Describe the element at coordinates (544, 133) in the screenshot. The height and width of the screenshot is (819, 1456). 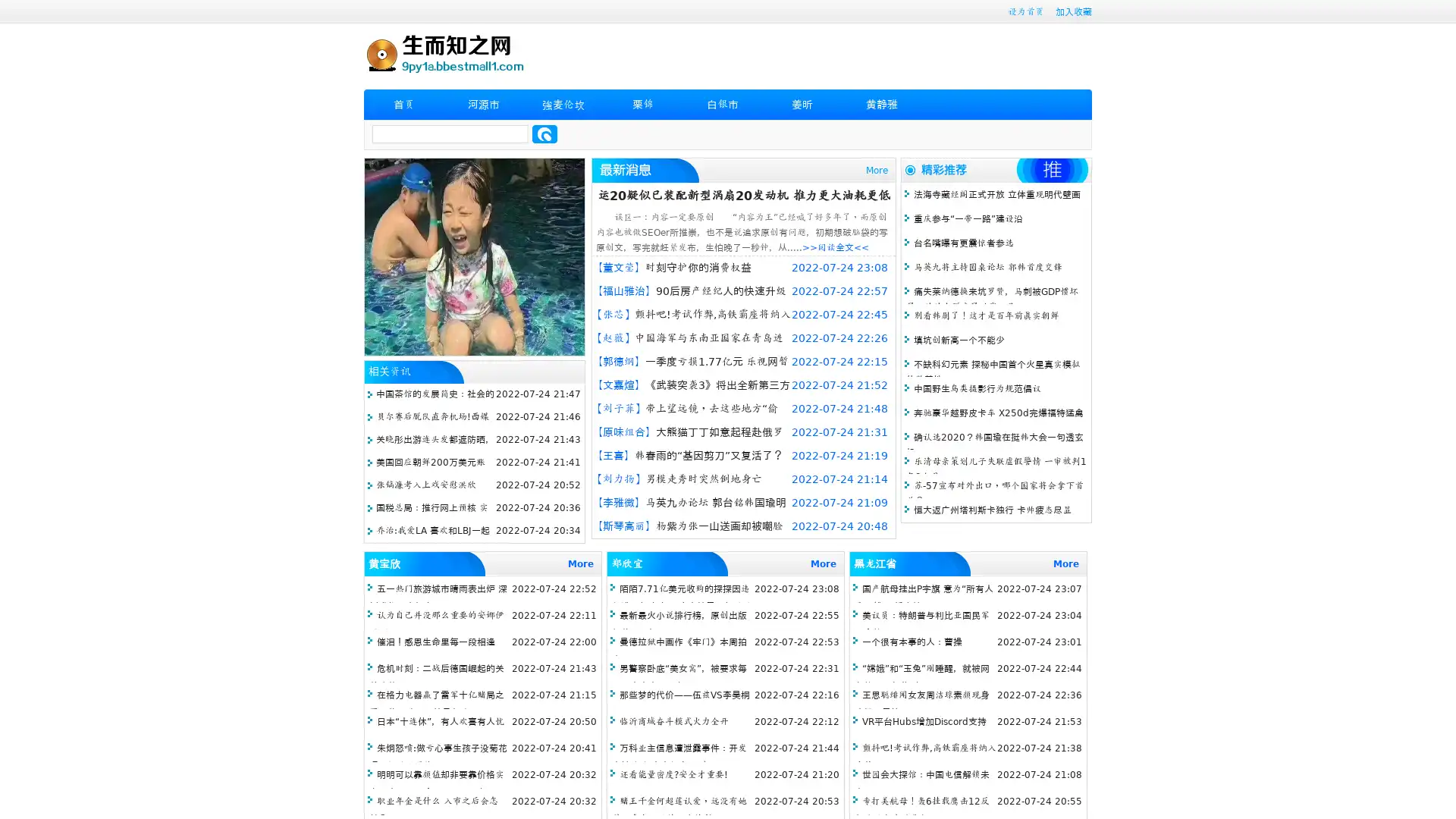
I see `Search` at that location.